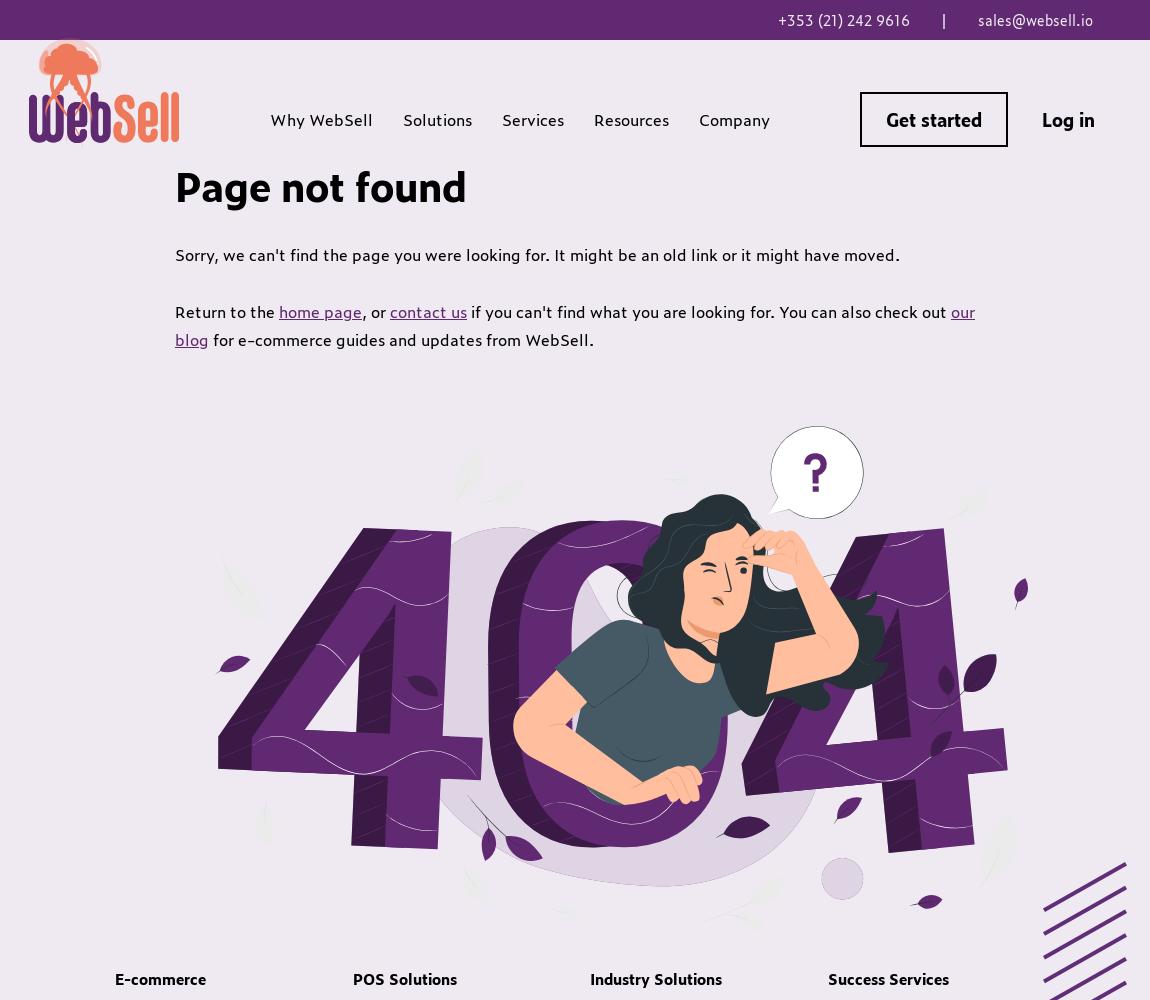 The height and width of the screenshot is (1000, 1150). What do you see at coordinates (389, 311) in the screenshot?
I see `'contact us'` at bounding box center [389, 311].